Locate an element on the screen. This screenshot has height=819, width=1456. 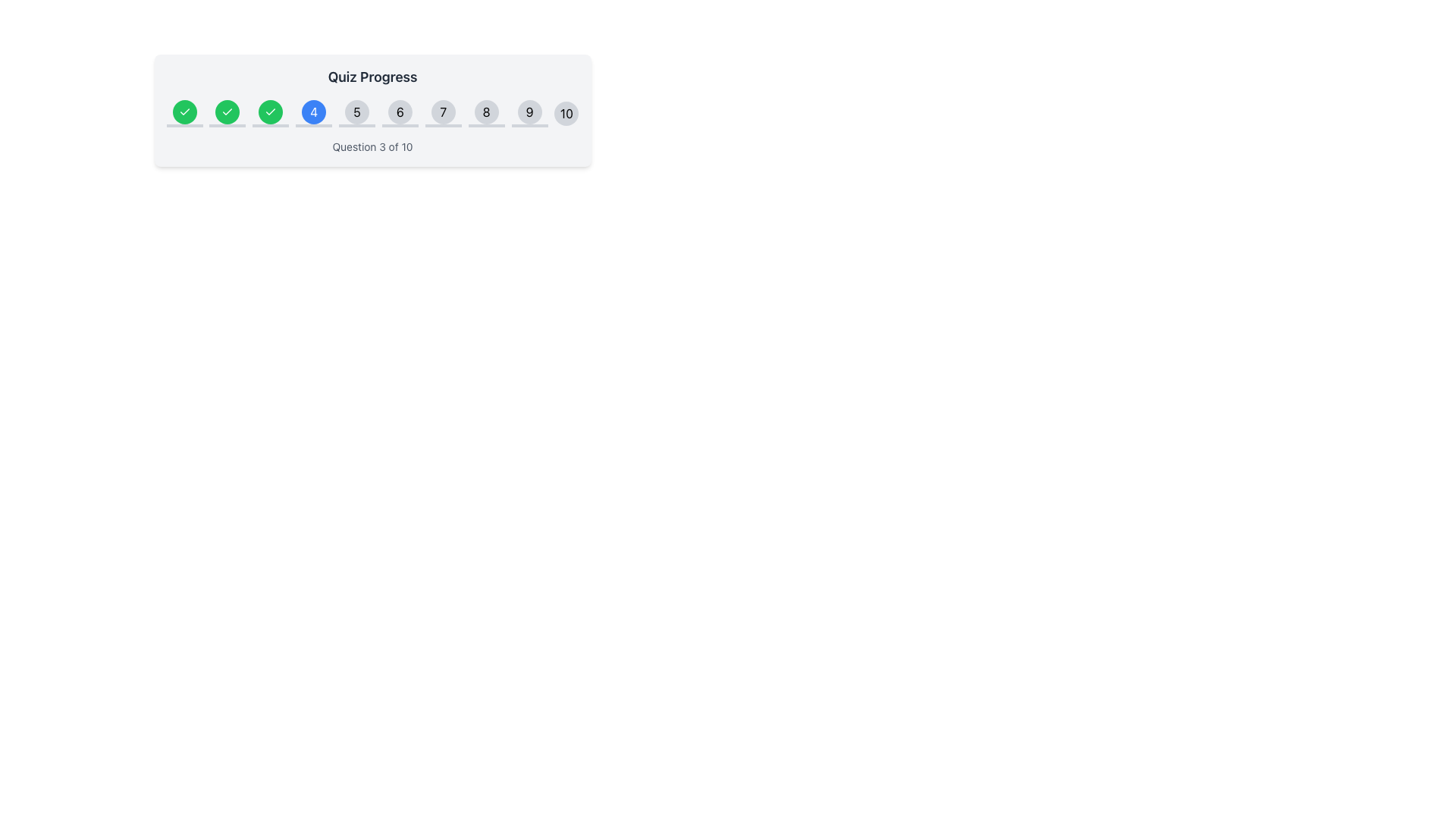
the Status Indicator, which is a circular element with a green background and a white checkmark icon, indicating a completed status is located at coordinates (271, 111).